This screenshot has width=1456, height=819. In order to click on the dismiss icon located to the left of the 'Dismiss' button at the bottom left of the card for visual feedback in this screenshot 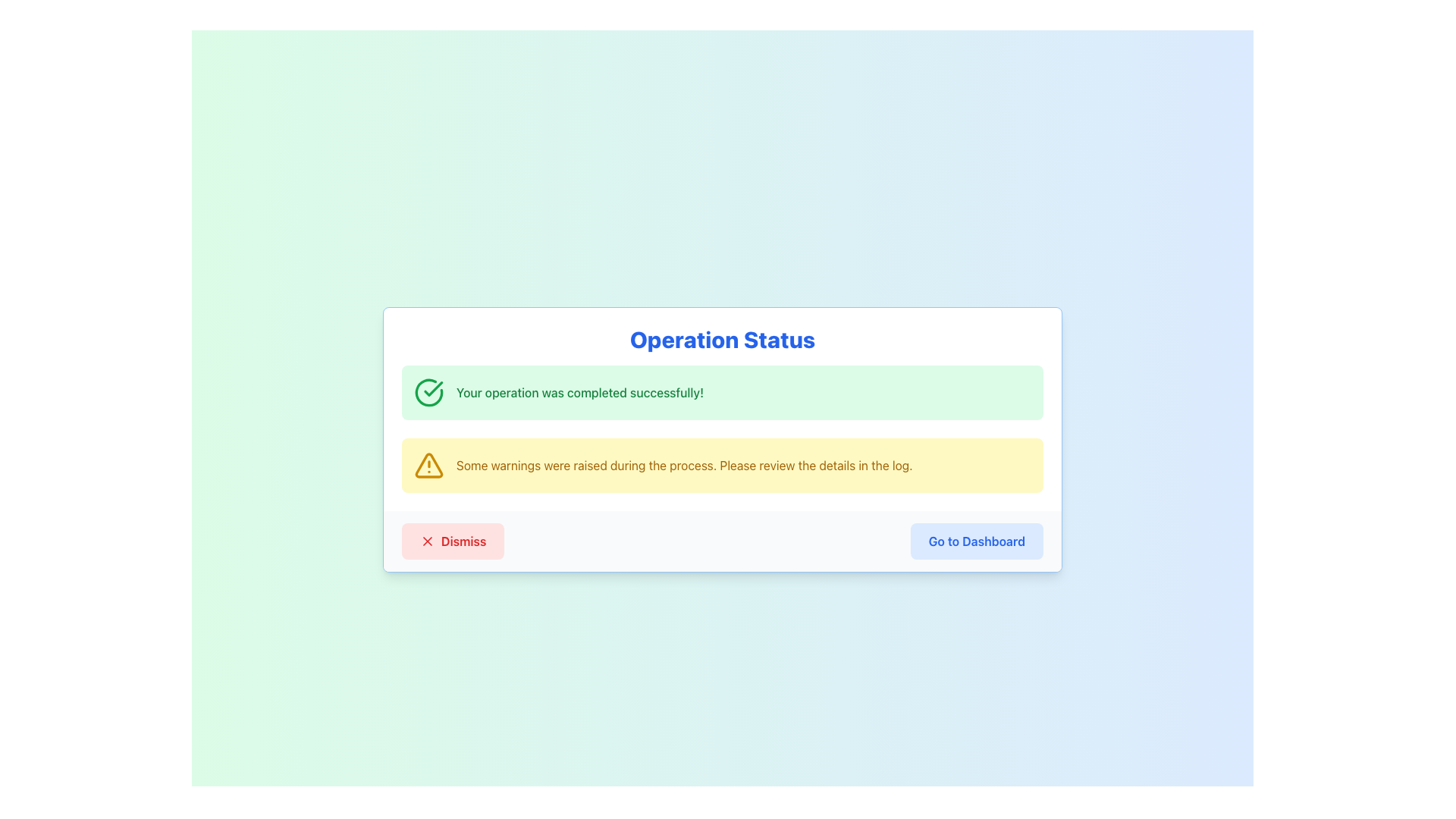, I will do `click(427, 540)`.